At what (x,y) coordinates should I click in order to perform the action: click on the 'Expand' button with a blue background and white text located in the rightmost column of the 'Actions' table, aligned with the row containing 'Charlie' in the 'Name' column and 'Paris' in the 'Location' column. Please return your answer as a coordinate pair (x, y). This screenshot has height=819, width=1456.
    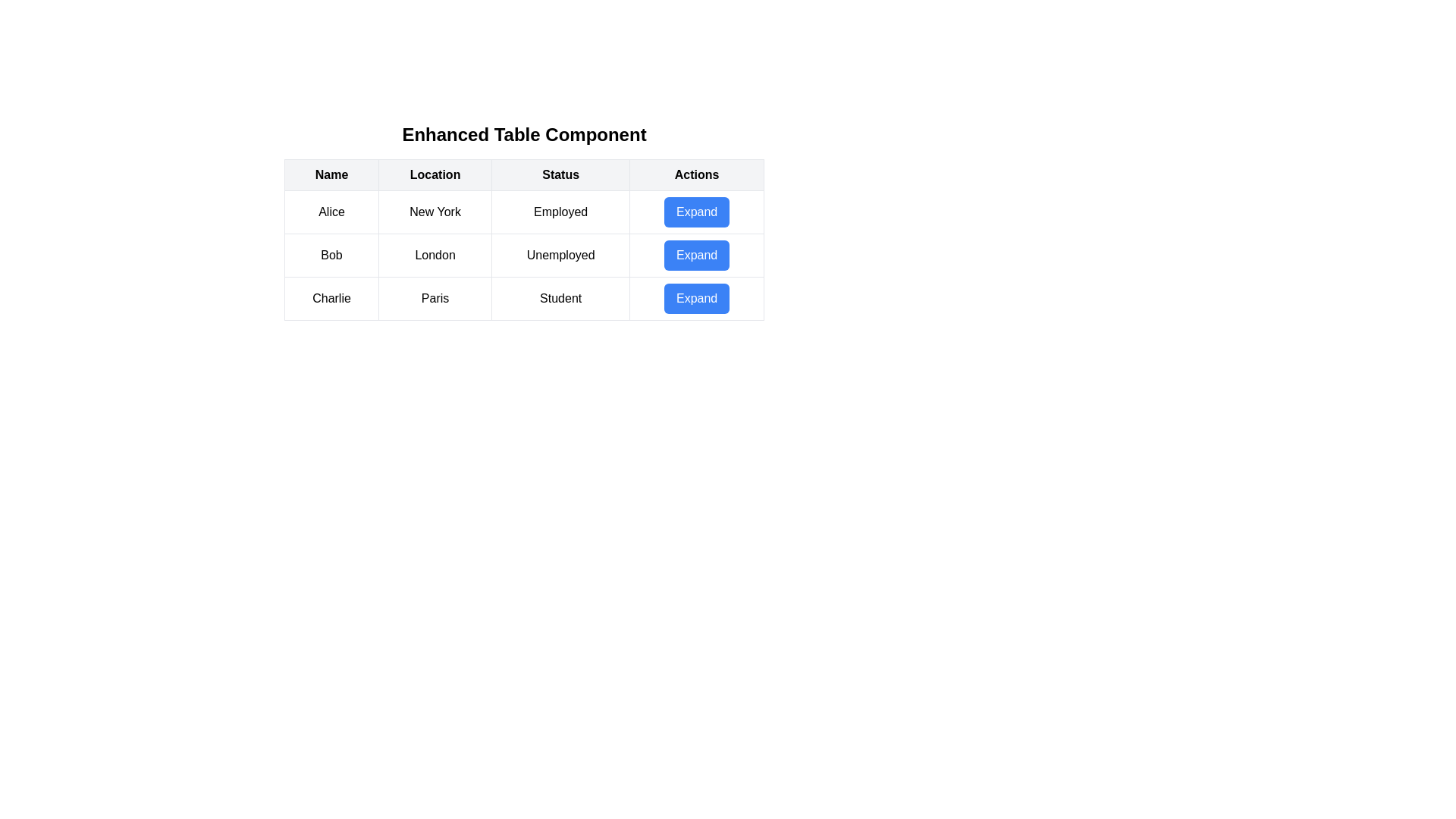
    Looking at the image, I should click on (696, 298).